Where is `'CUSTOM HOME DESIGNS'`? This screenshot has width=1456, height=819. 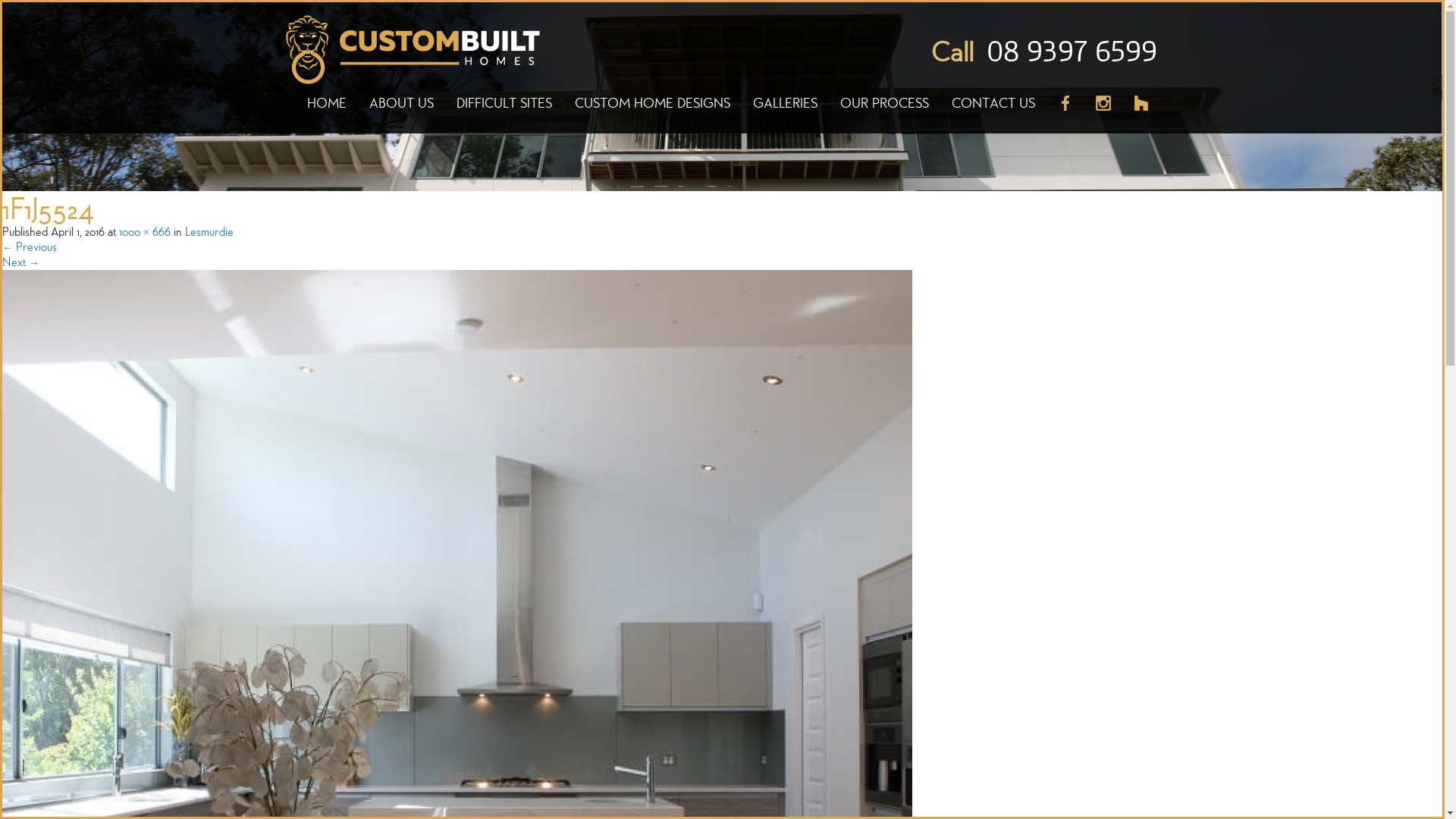 'CUSTOM HOME DESIGNS' is located at coordinates (652, 111).